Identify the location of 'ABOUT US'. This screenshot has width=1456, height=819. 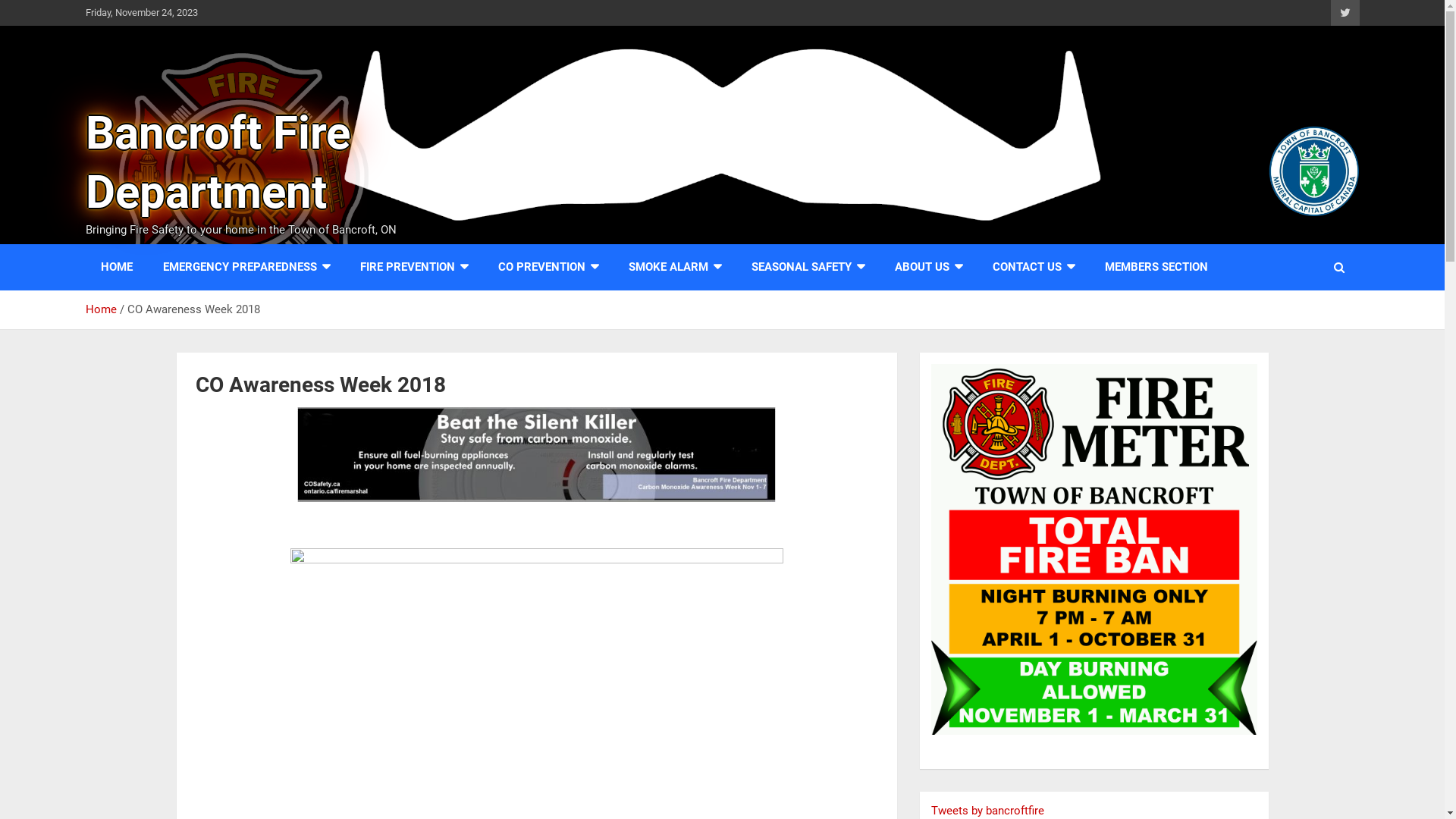
(927, 266).